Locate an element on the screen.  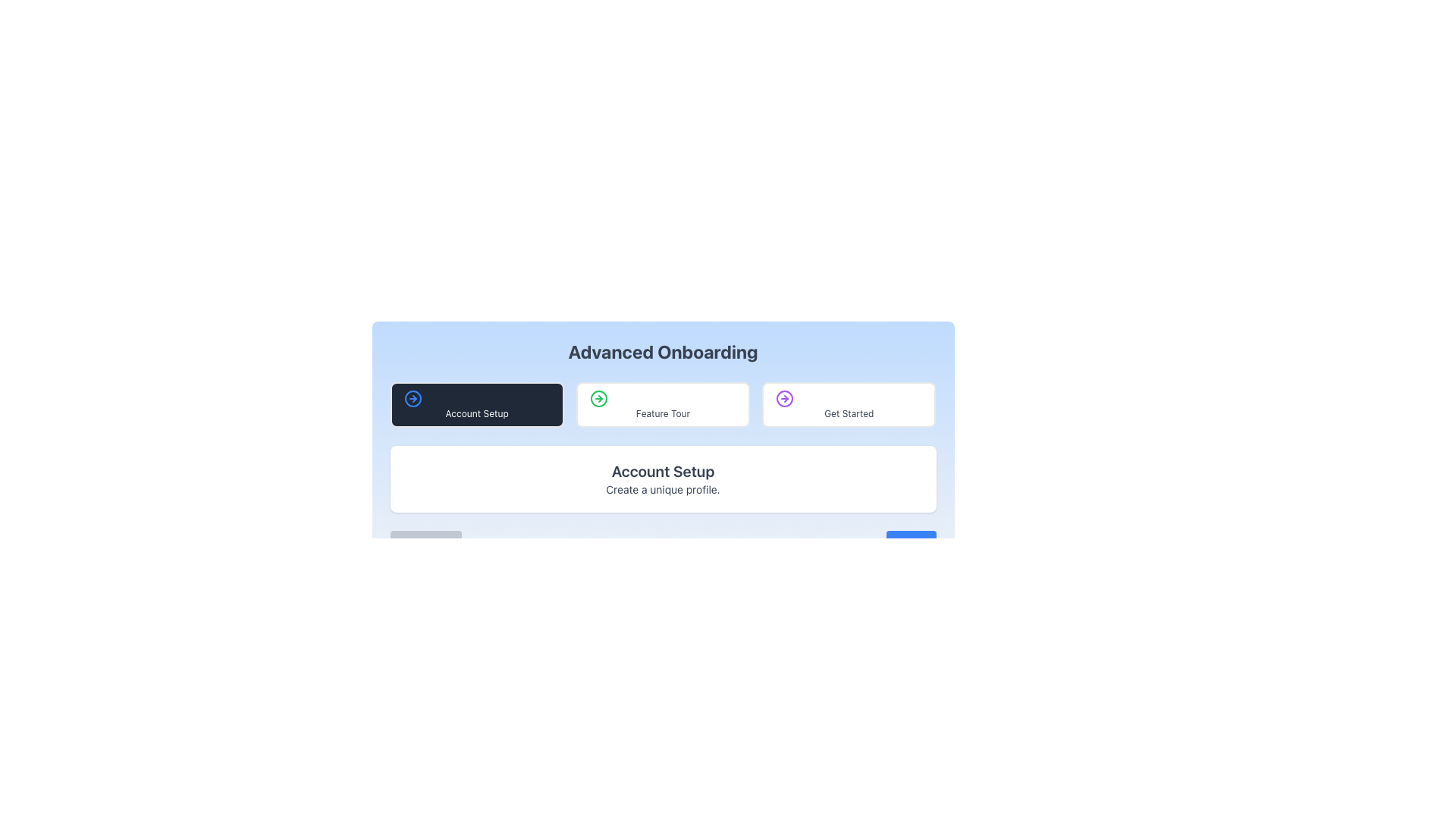
the first button in the horizontal arrangement under 'Advanced Onboarding', which is positioned to the left of 'Feature Tour' and 'Get Started' is located at coordinates (476, 403).